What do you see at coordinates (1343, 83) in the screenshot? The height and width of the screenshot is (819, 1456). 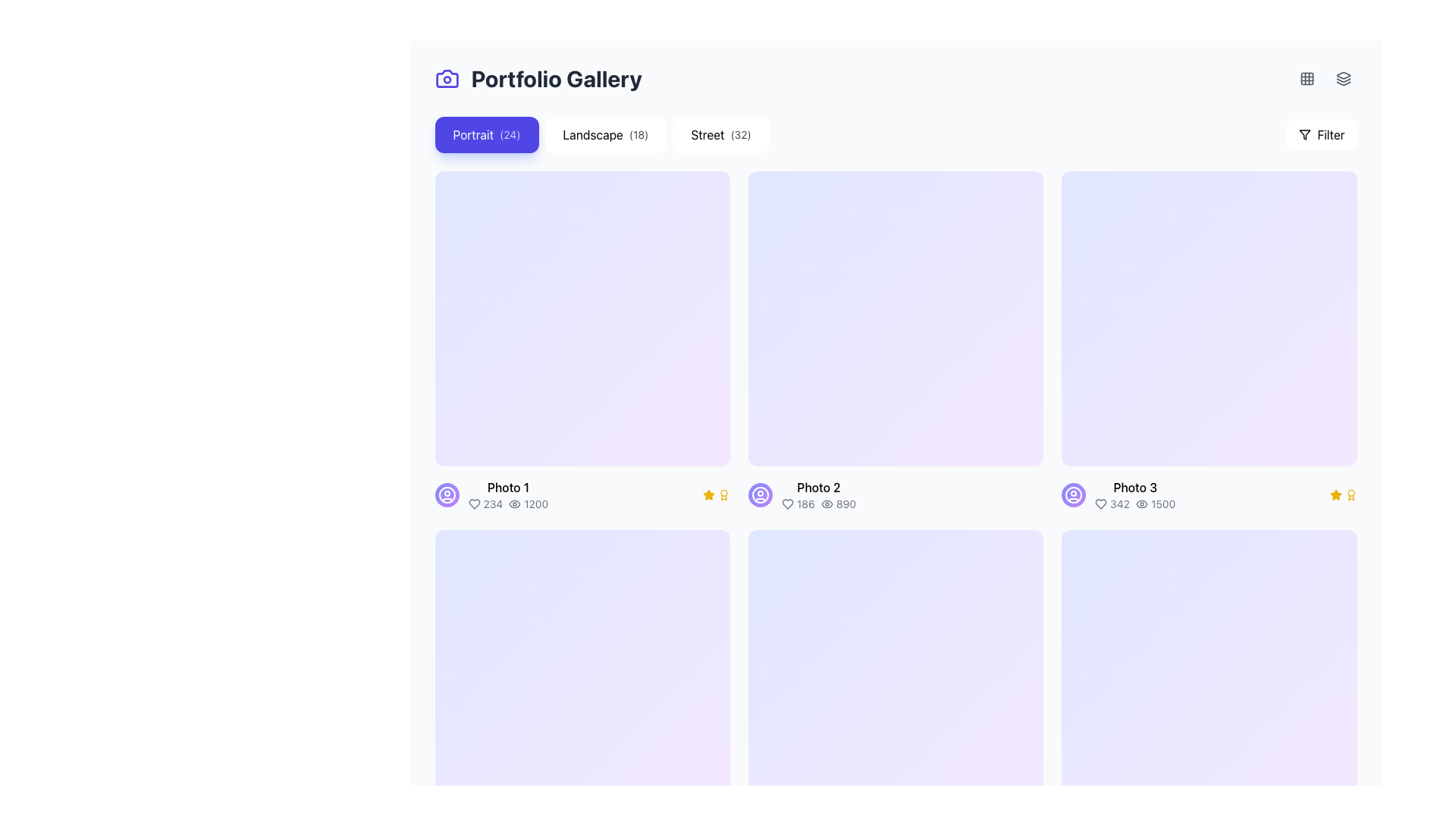 I see `the bottom-most layer of the stack icon located in the top-right corner of the interface, next to the filter button` at bounding box center [1343, 83].